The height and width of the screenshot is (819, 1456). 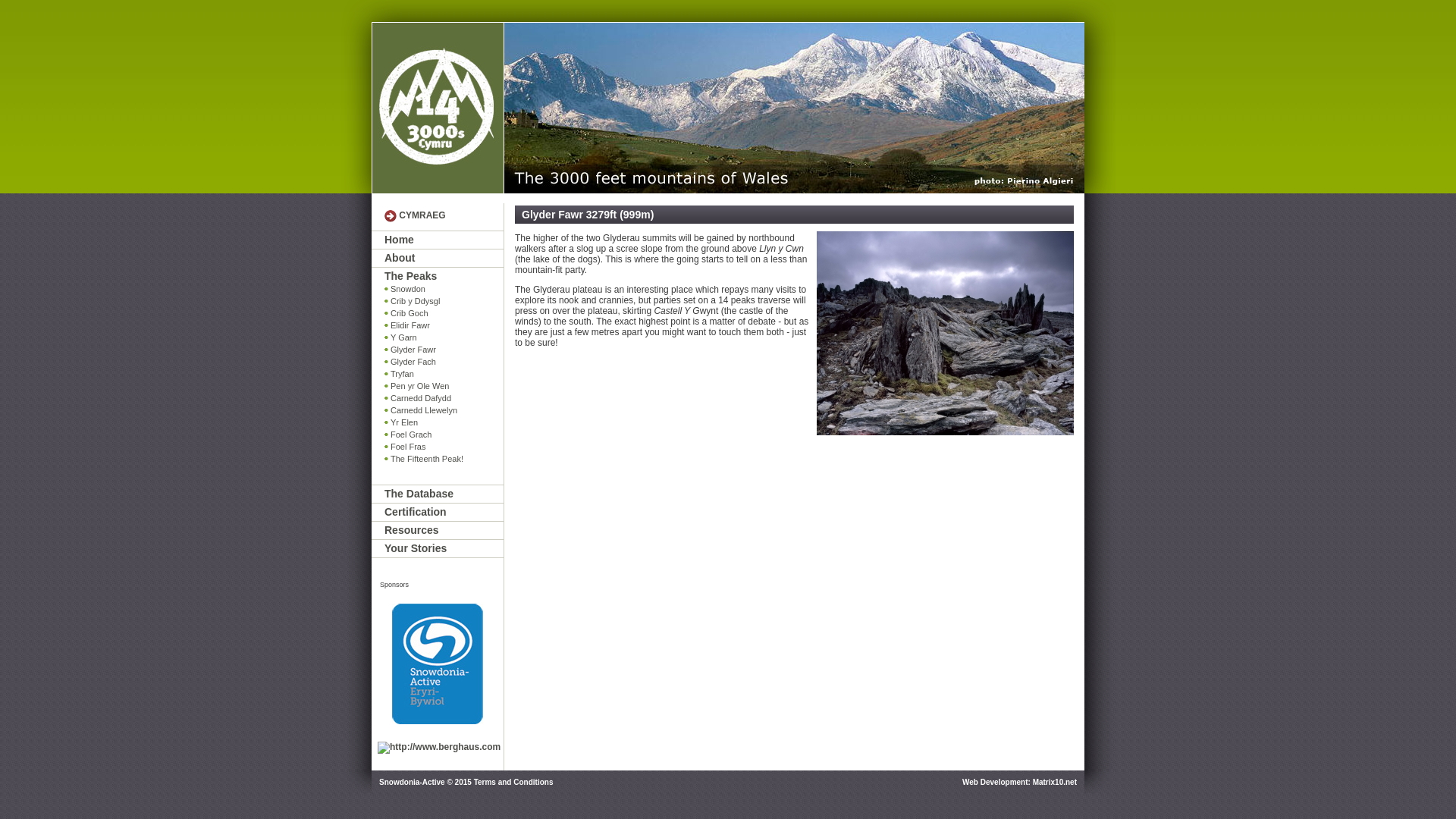 What do you see at coordinates (384, 548) in the screenshot?
I see `'Your Stories'` at bounding box center [384, 548].